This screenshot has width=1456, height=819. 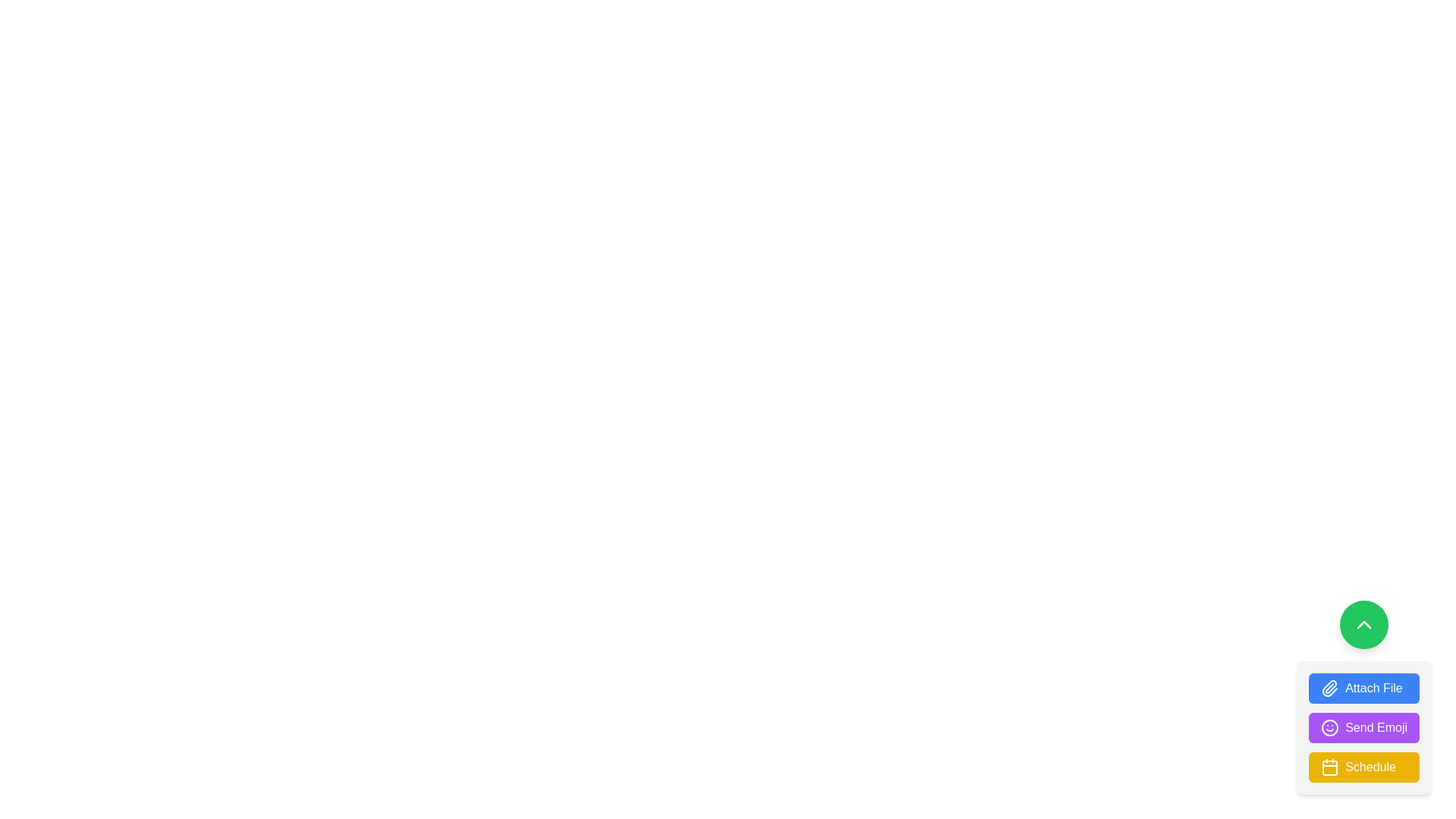 What do you see at coordinates (1329, 767) in the screenshot?
I see `the calendar icon within the 'Schedule' button located at the bottom-right corner of the interface` at bounding box center [1329, 767].